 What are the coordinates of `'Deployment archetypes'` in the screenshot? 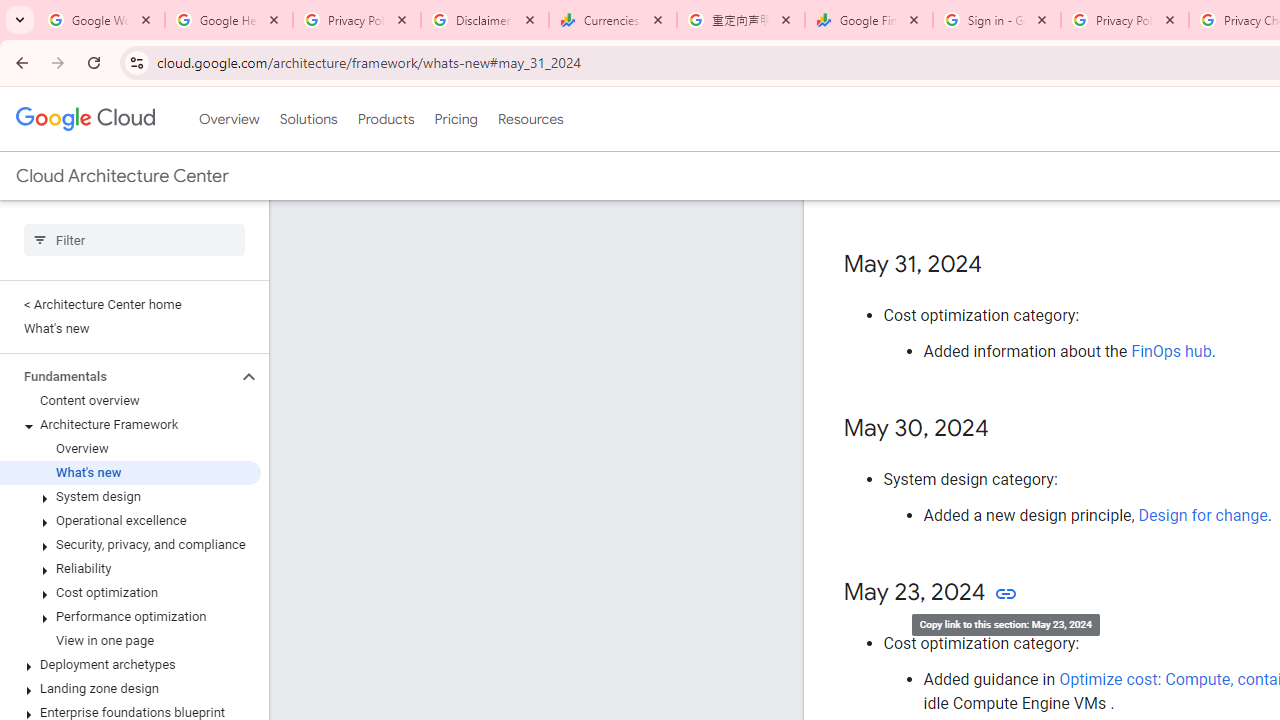 It's located at (129, 664).